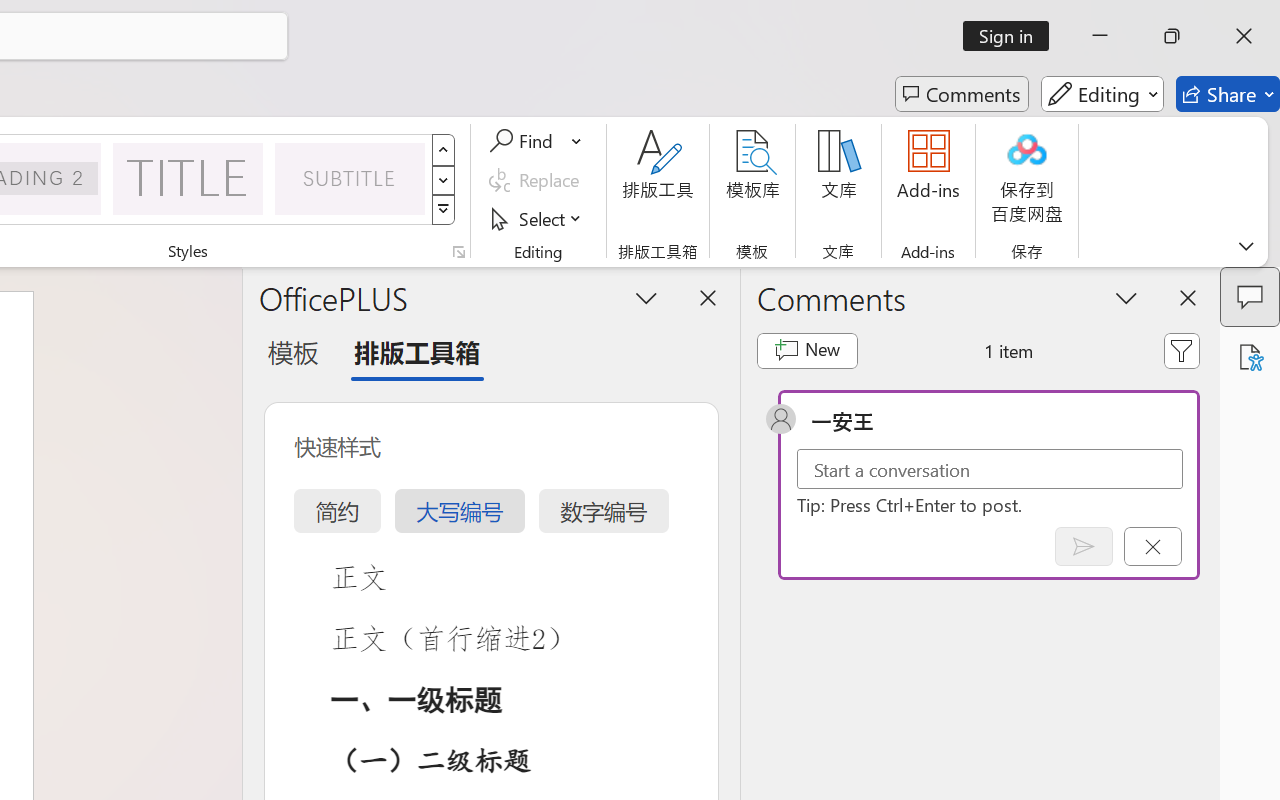  I want to click on 'Sign in', so click(1013, 35).